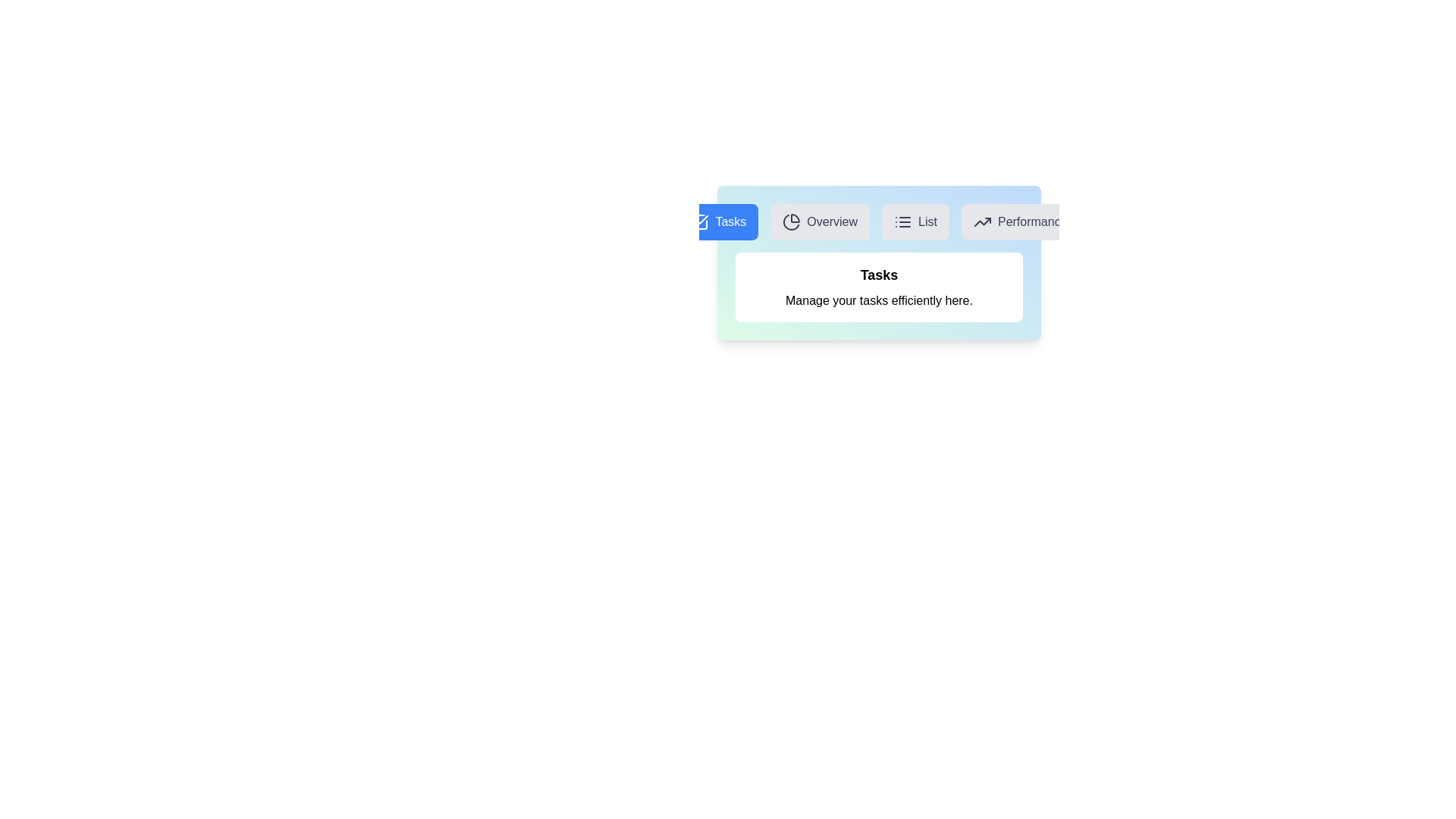 This screenshot has width=1456, height=819. What do you see at coordinates (1019, 222) in the screenshot?
I see `the Performance tab` at bounding box center [1019, 222].